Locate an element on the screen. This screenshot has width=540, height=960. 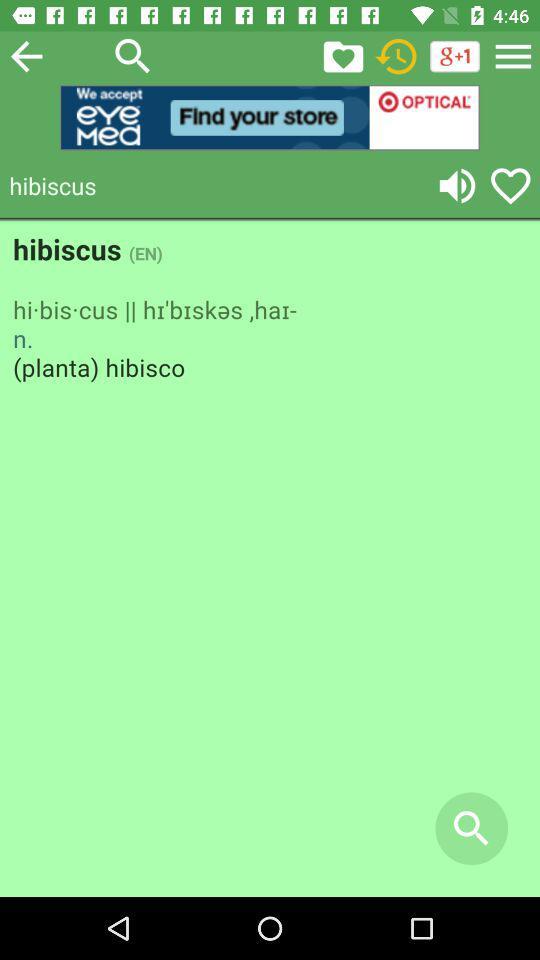
the history icon is located at coordinates (396, 55).